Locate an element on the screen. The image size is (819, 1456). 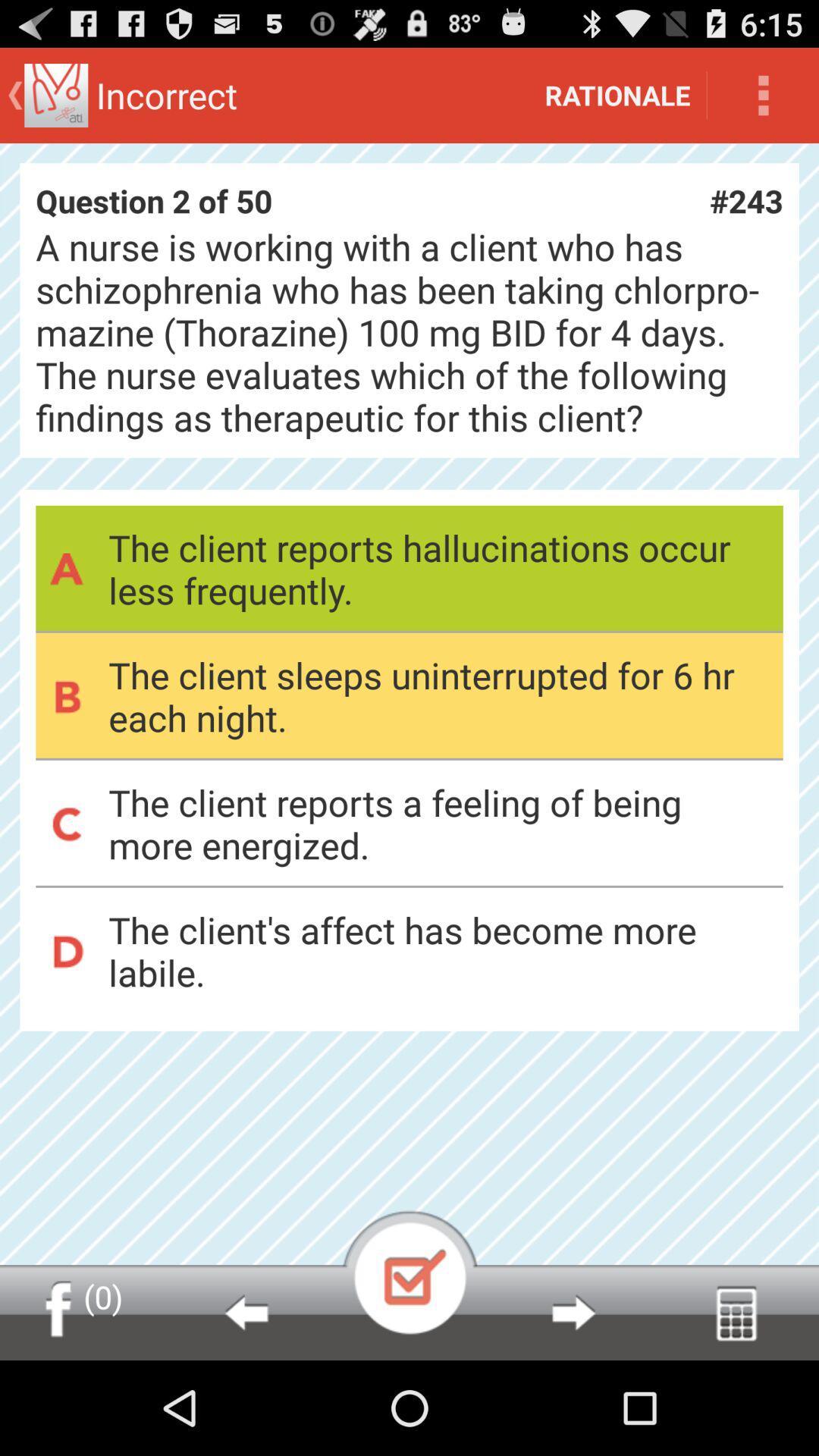
the arrow_forward icon is located at coordinates (573, 1404).